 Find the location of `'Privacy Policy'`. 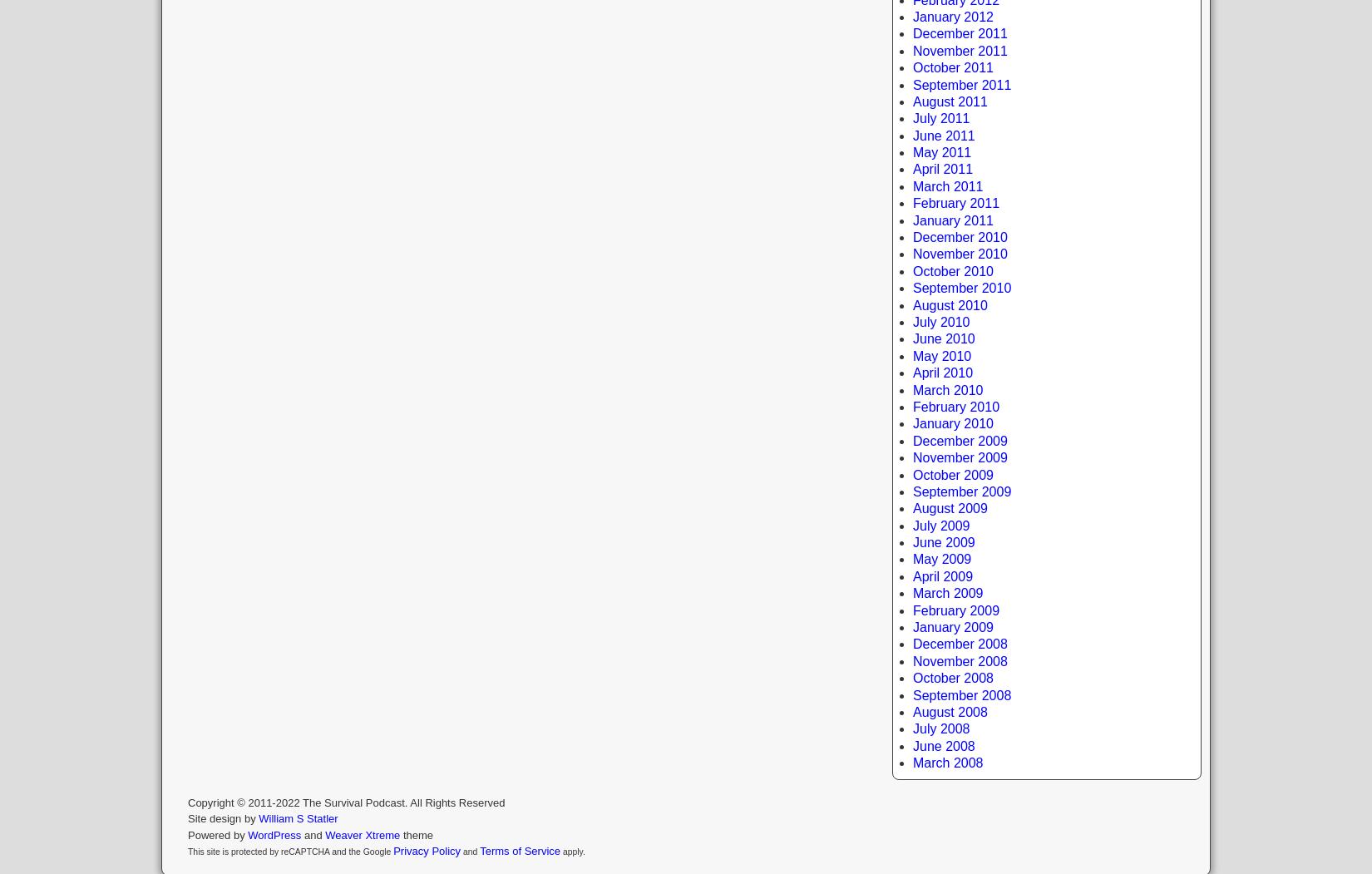

'Privacy Policy' is located at coordinates (392, 850).